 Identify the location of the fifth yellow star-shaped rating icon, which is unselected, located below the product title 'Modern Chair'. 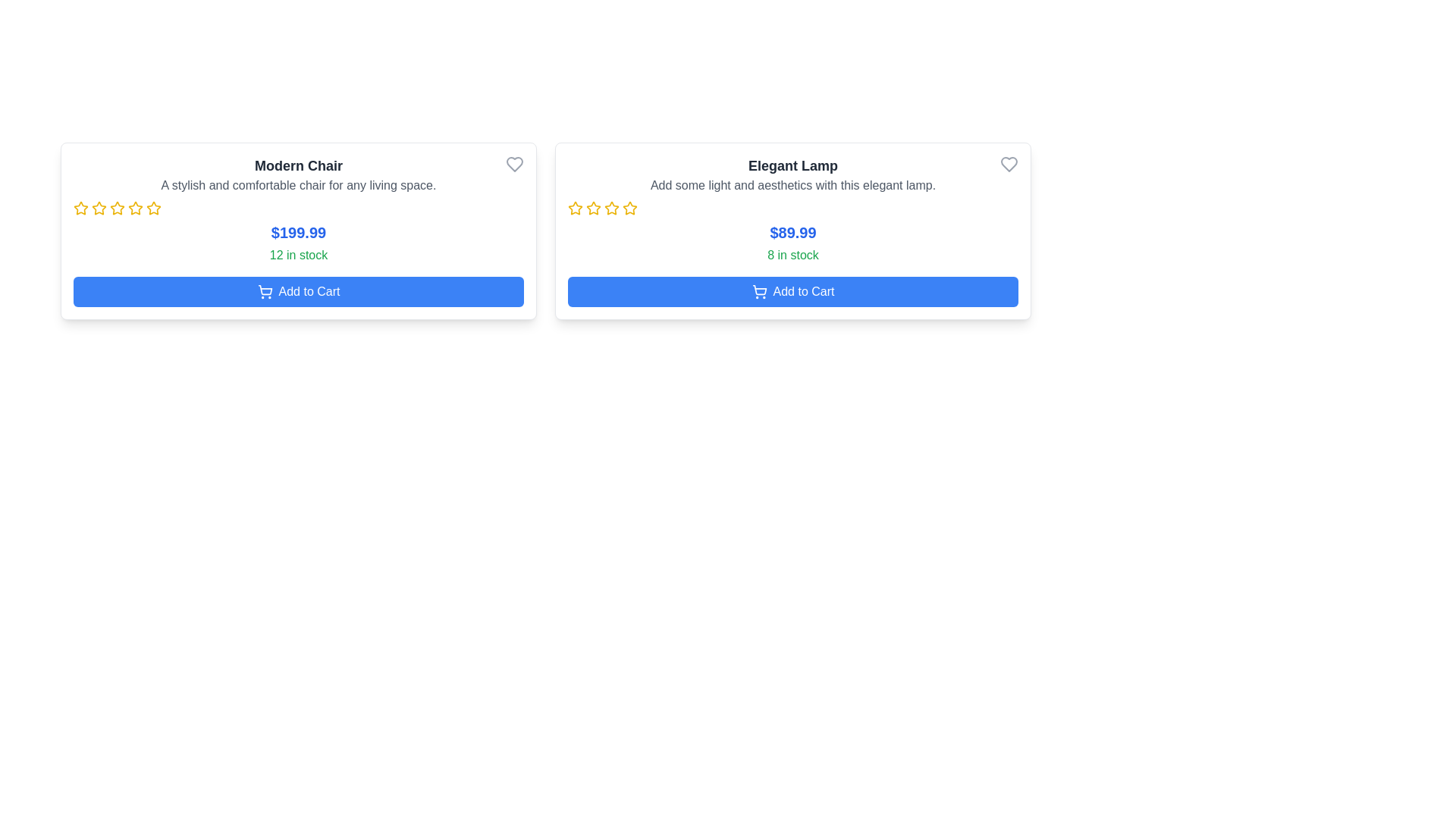
(153, 208).